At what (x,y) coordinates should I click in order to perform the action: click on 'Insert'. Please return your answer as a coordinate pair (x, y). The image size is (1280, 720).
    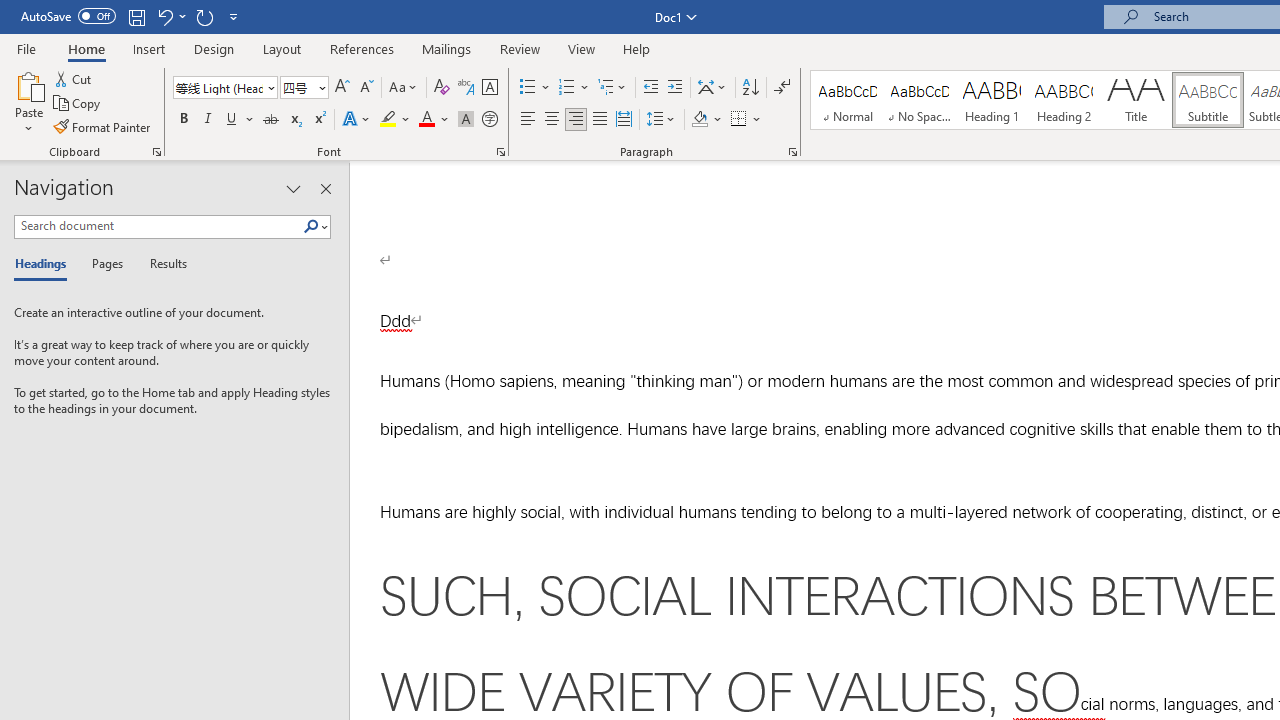
    Looking at the image, I should click on (148, 48).